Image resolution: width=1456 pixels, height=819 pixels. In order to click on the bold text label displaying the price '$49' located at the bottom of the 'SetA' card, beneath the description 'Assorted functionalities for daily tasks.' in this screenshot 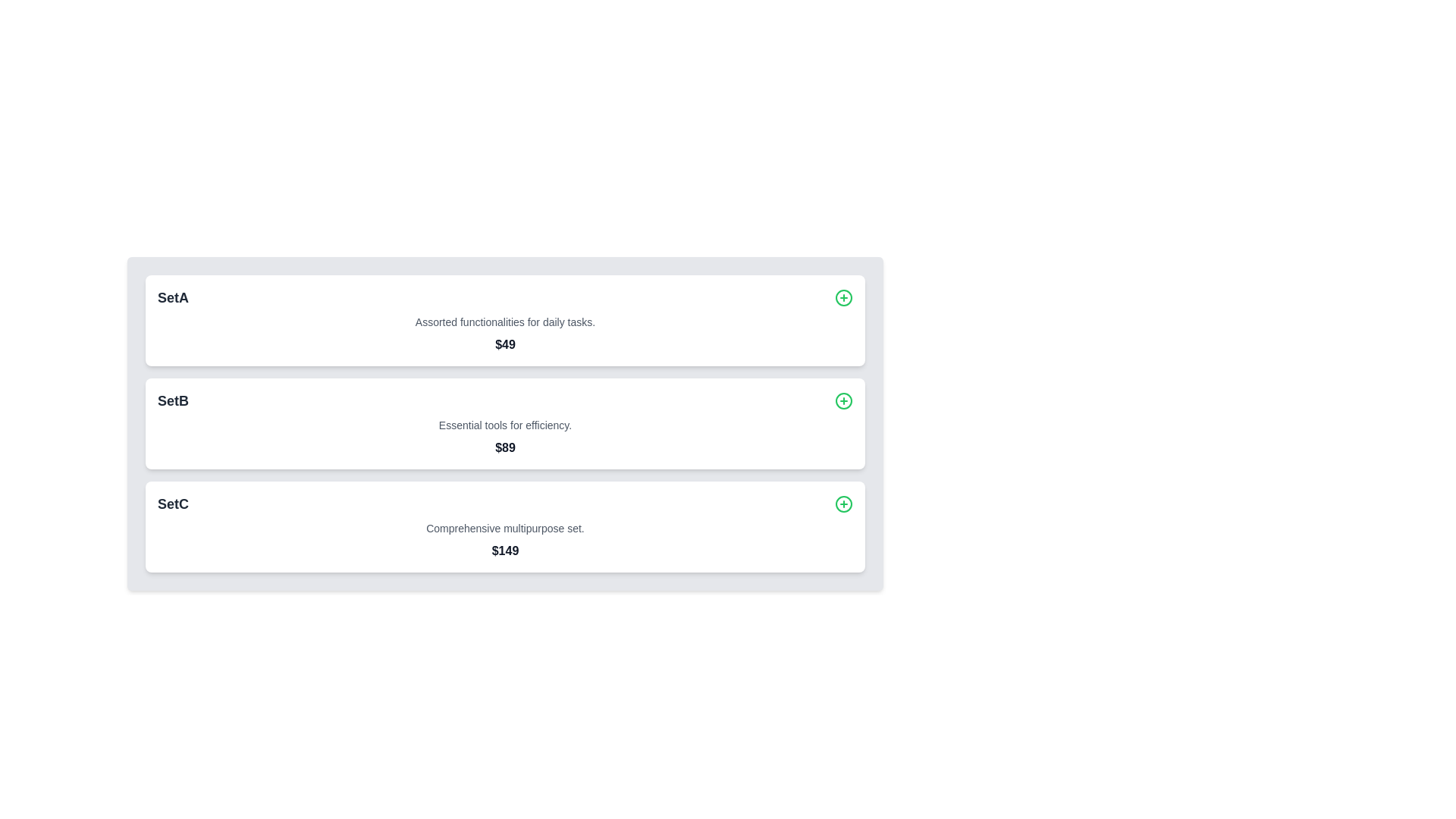, I will do `click(505, 345)`.